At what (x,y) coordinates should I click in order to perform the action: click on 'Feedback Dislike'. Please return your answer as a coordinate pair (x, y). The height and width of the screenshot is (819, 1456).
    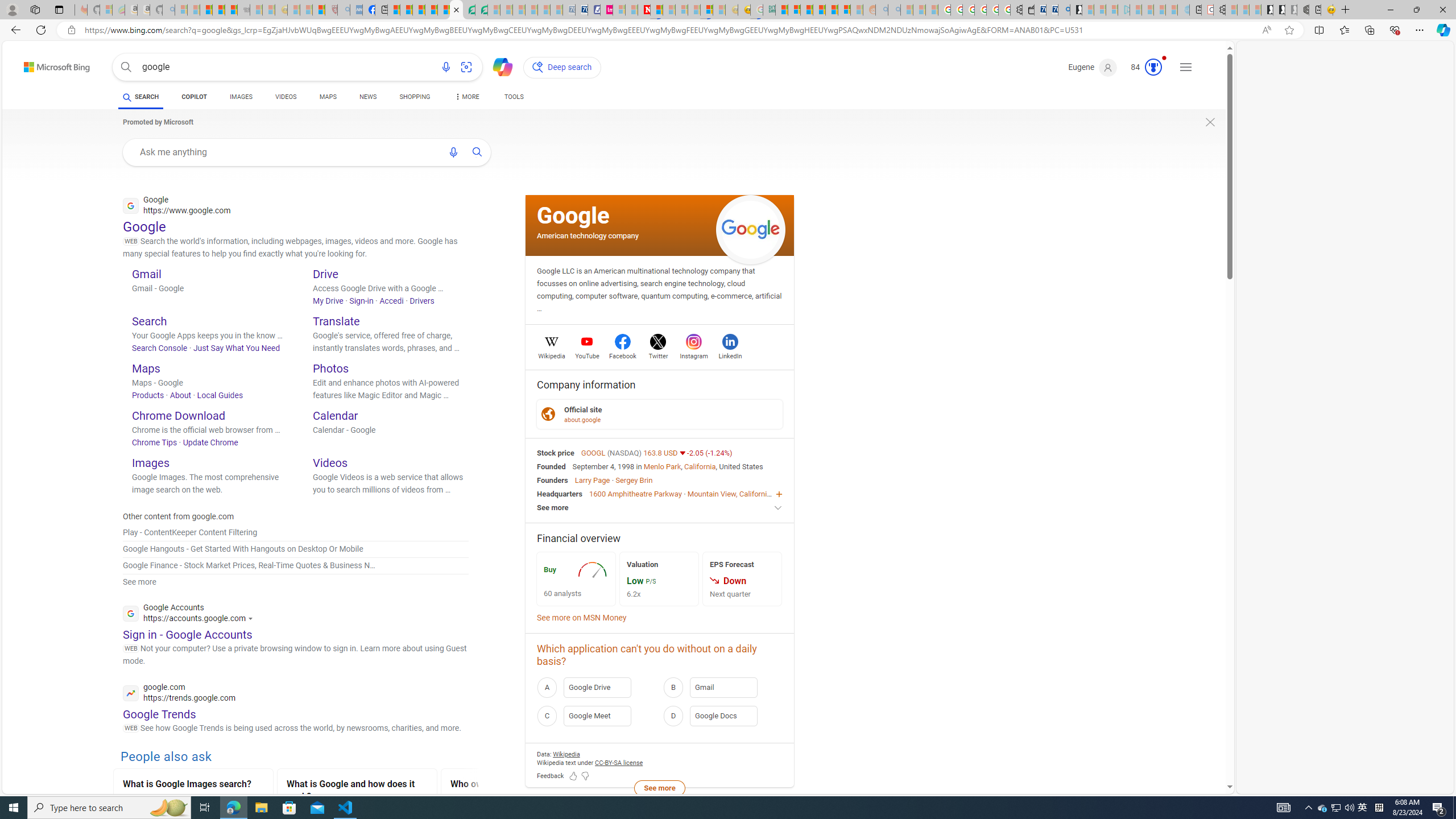
    Looking at the image, I should click on (585, 775).